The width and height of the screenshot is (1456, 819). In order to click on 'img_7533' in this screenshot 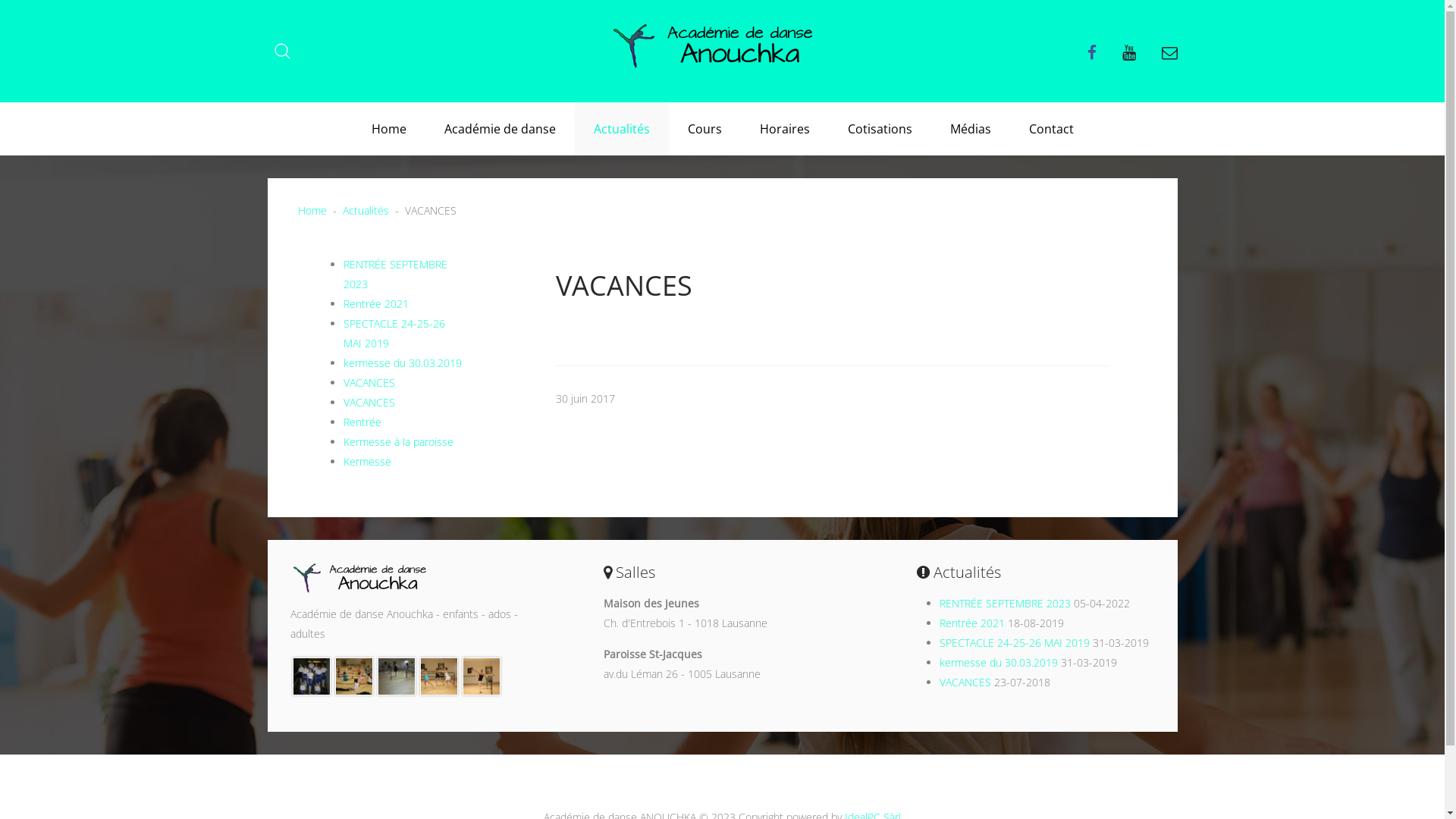, I will do `click(438, 674)`.